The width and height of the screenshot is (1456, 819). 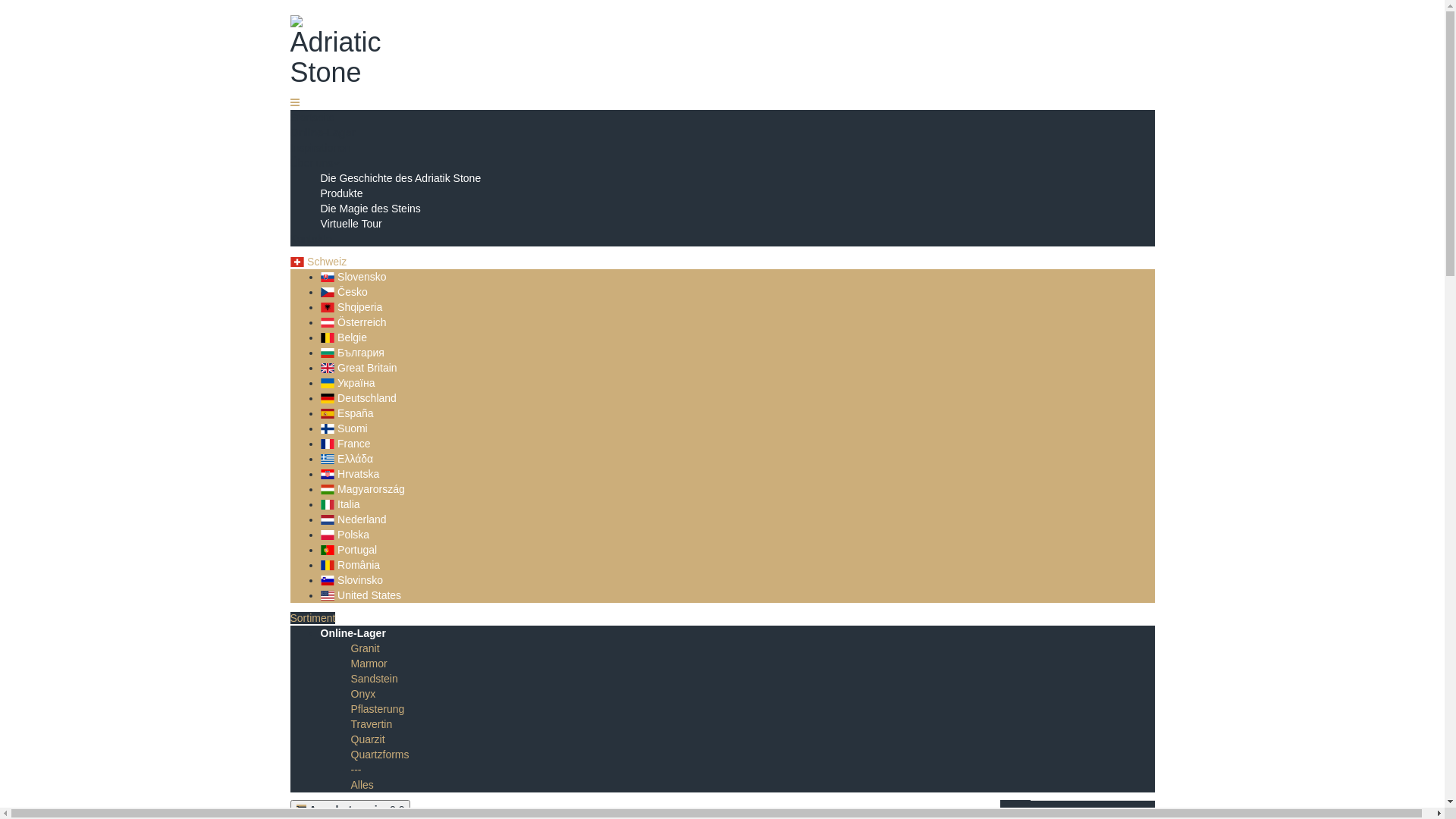 I want to click on 'Virtuelle Tour', so click(x=319, y=223).